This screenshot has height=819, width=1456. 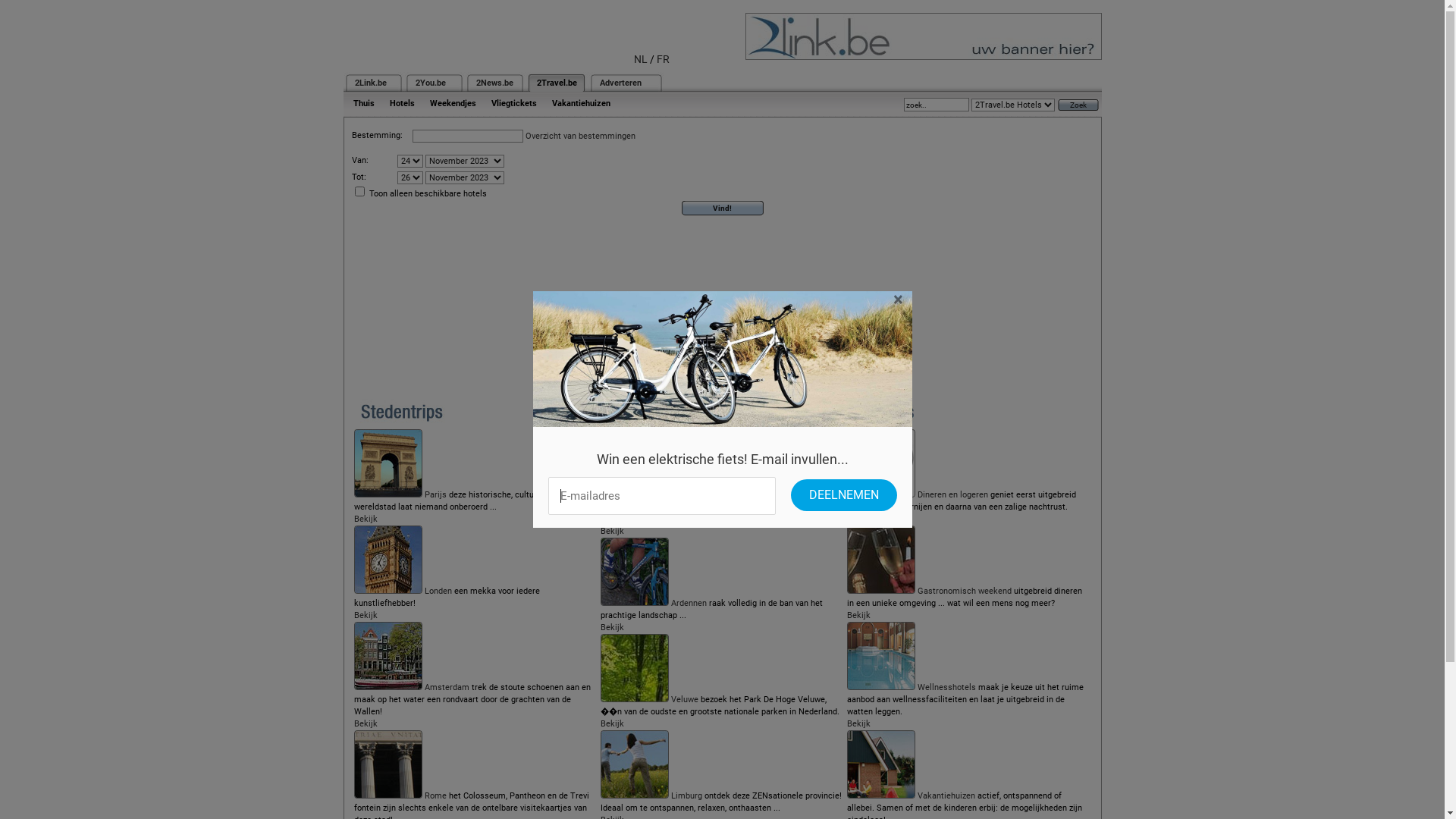 What do you see at coordinates (446, 687) in the screenshot?
I see `'Amsterdam'` at bounding box center [446, 687].